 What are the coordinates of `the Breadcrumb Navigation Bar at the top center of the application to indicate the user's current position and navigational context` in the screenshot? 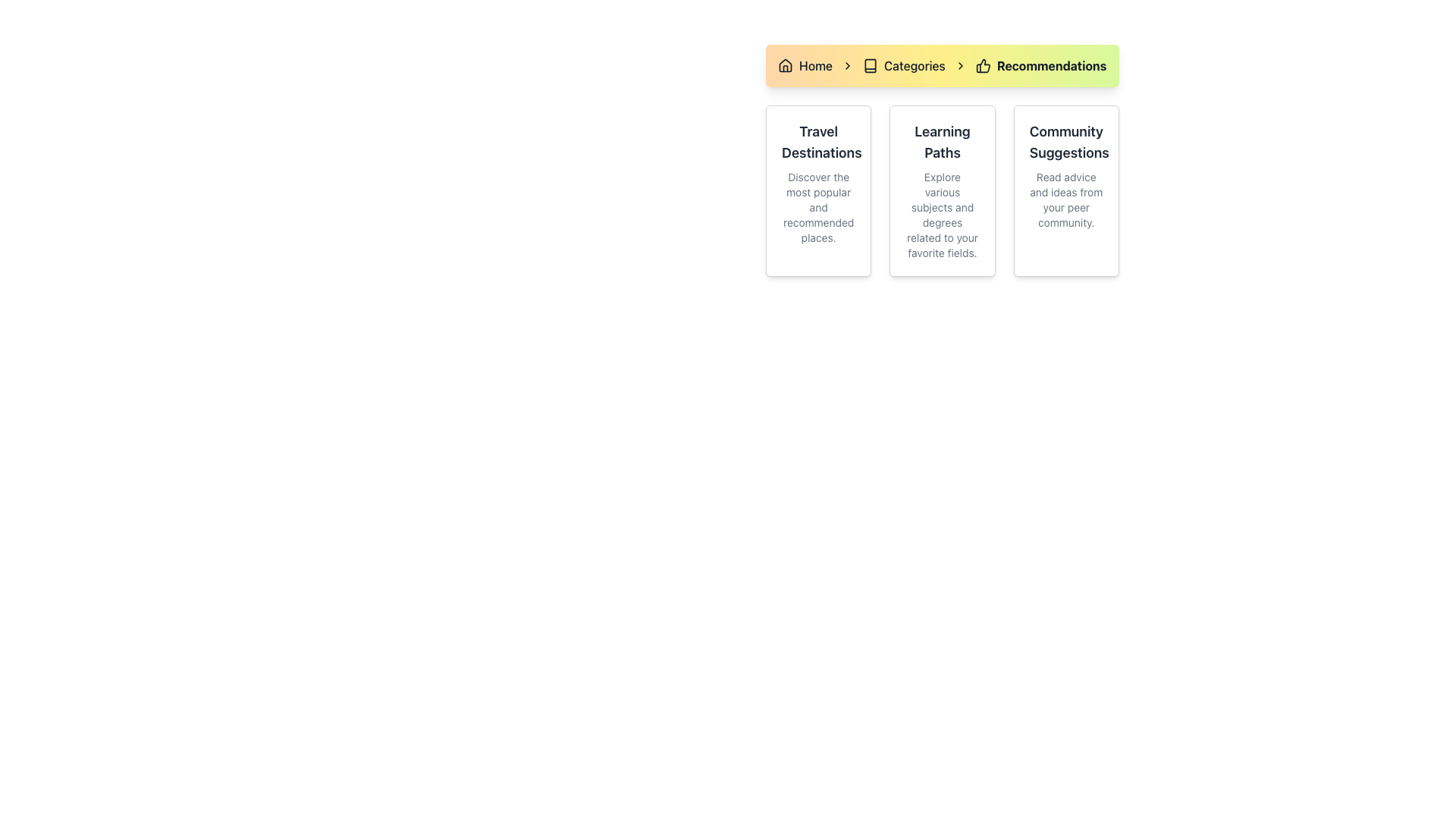 It's located at (942, 65).